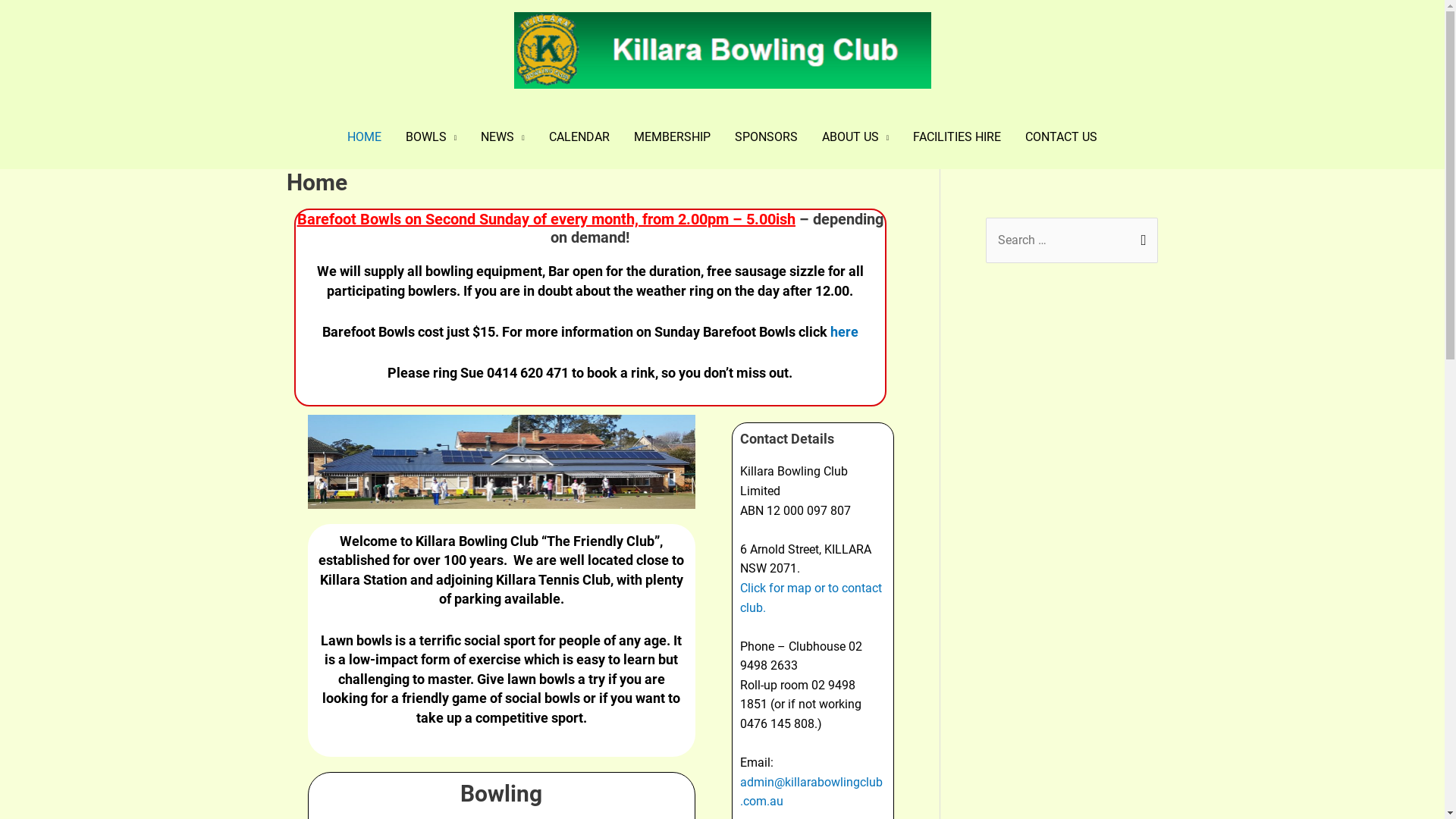 The height and width of the screenshot is (819, 1456). Describe the element at coordinates (901, 137) in the screenshot. I see `'FACILITIES HIRE'` at that location.